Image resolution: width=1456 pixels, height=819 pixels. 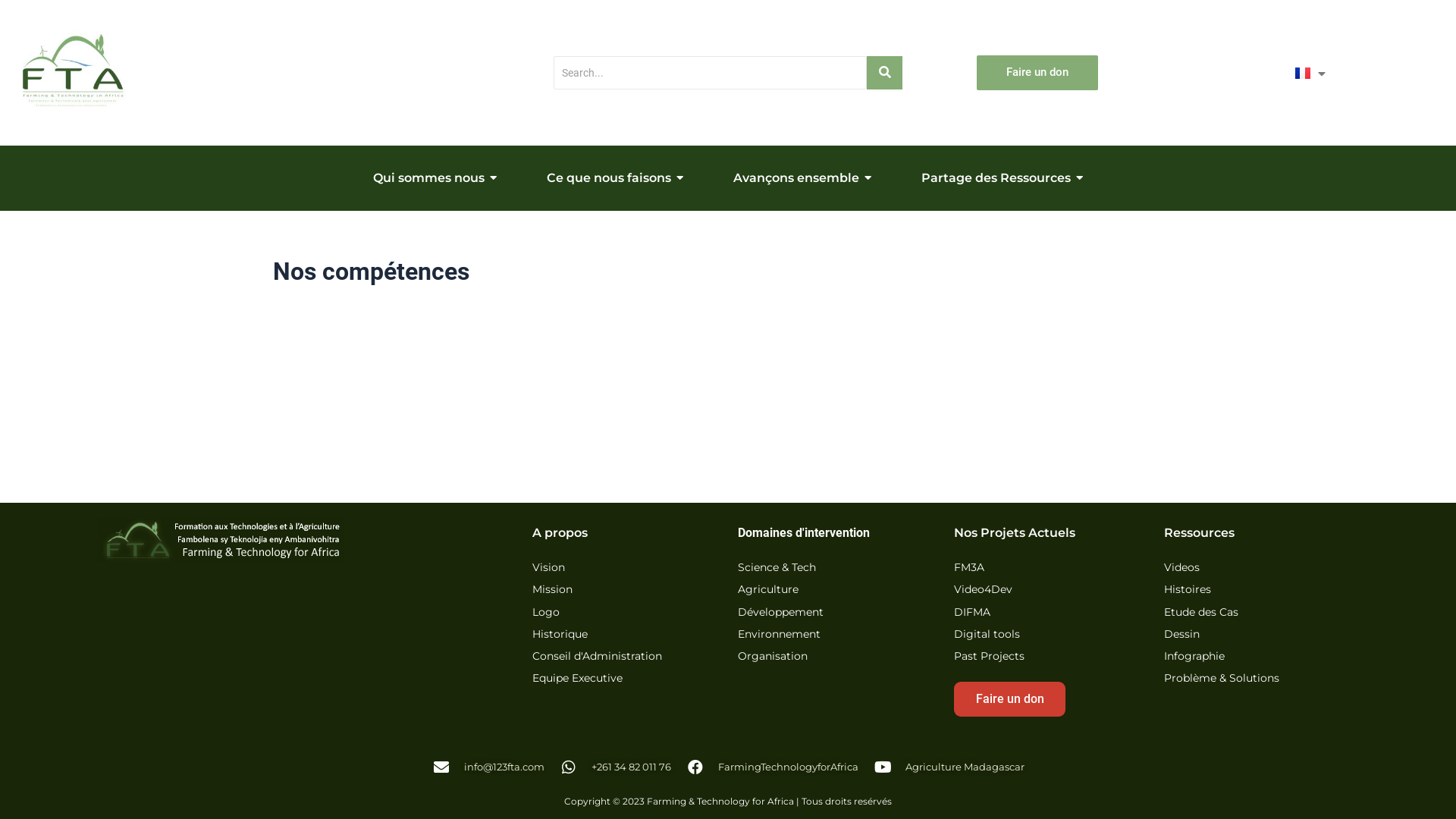 I want to click on 'Partage des Ressources', so click(x=1002, y=177).